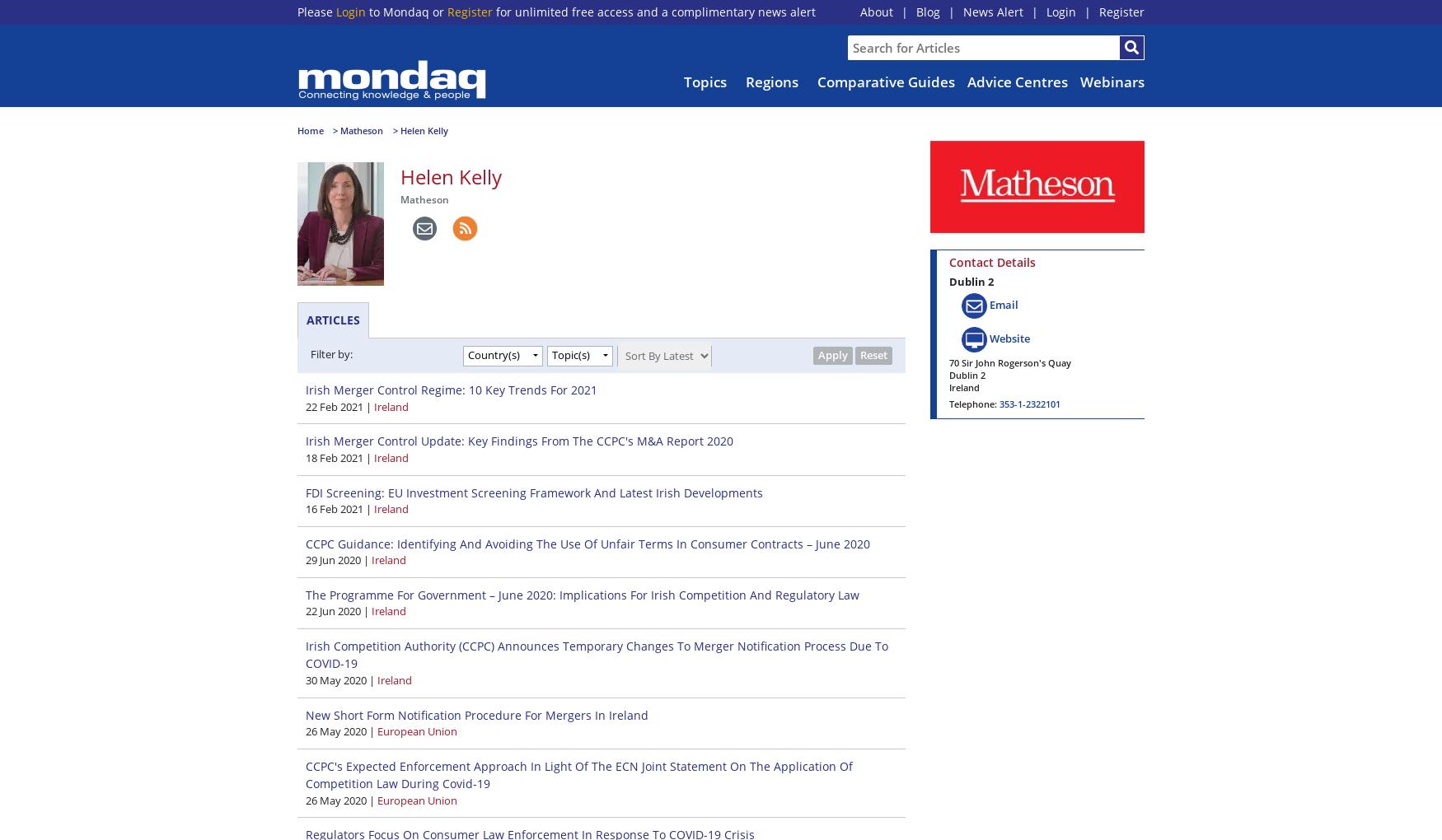 This screenshot has width=1442, height=840. What do you see at coordinates (583, 593) in the screenshot?
I see `'The Programme For Government – June 2020:  Implications For Irish Competition And Regulatory Law'` at bounding box center [583, 593].